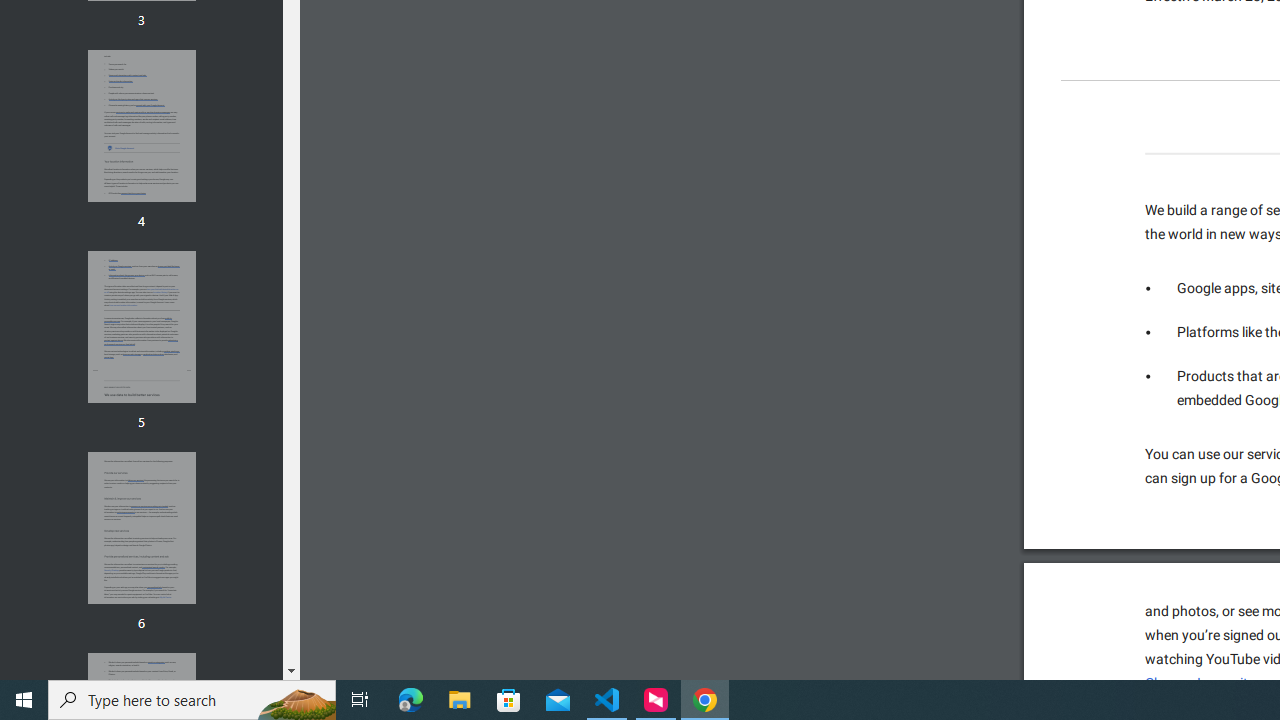 The image size is (1280, 720). What do you see at coordinates (140, 527) in the screenshot?
I see `'Thumbnail for page 6'` at bounding box center [140, 527].